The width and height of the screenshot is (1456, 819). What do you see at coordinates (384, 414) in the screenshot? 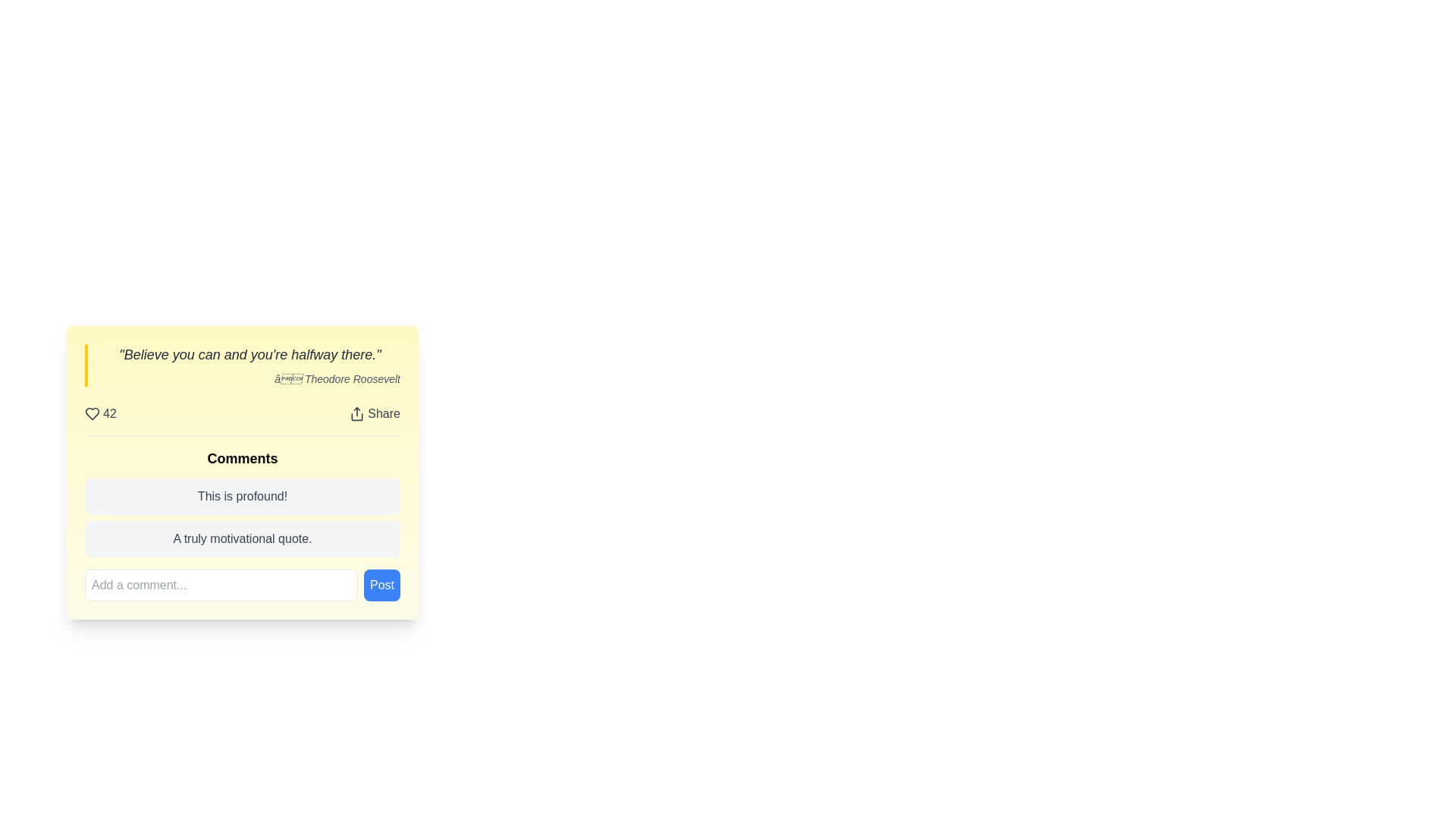
I see `the text label in the lower right corner of the card` at bounding box center [384, 414].